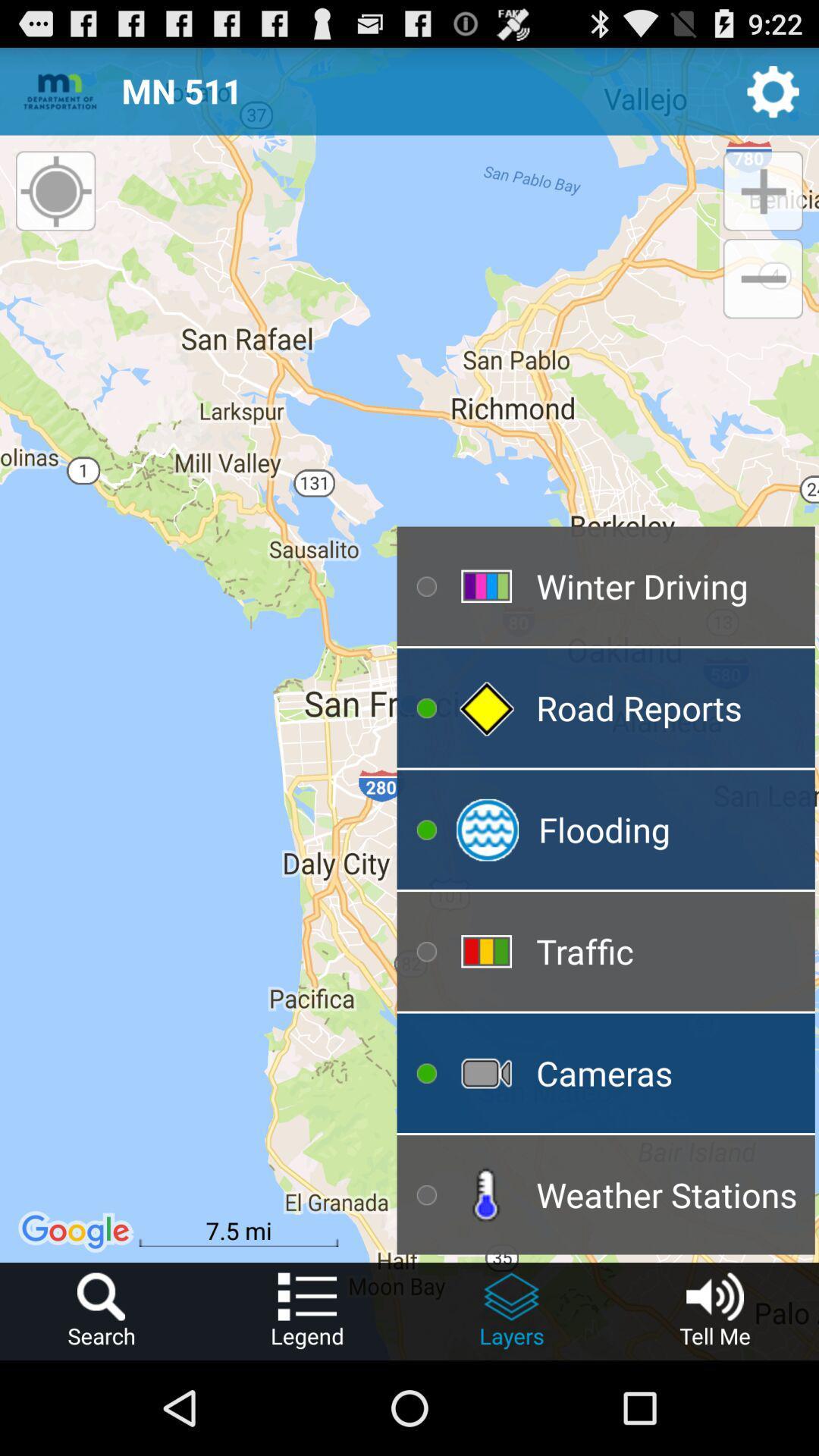 This screenshot has width=819, height=1456. Describe the element at coordinates (773, 97) in the screenshot. I see `the settings icon` at that location.